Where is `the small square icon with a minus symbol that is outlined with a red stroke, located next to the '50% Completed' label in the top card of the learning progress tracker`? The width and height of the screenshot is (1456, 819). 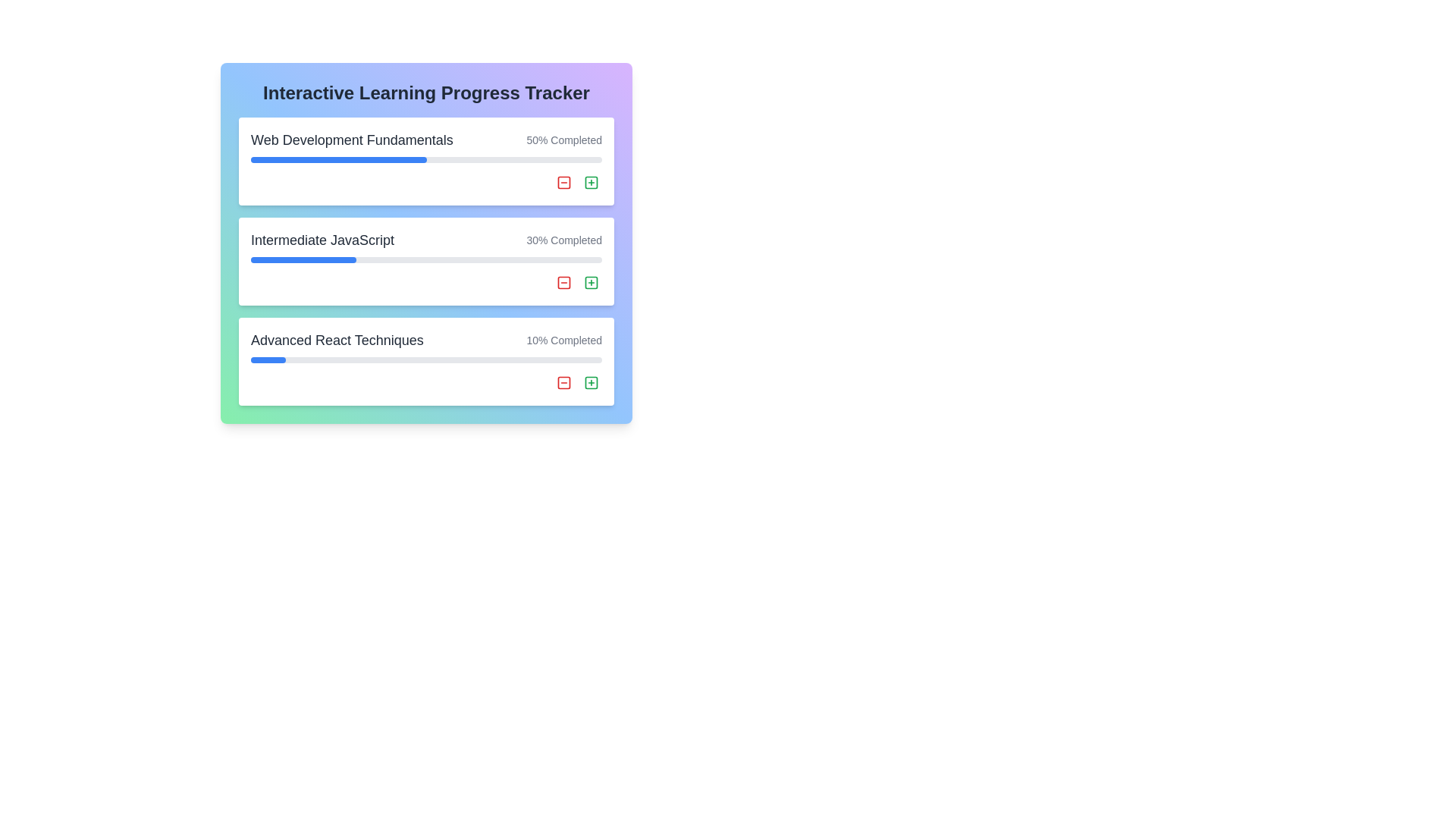 the small square icon with a minus symbol that is outlined with a red stroke, located next to the '50% Completed' label in the top card of the learning progress tracker is located at coordinates (563, 181).